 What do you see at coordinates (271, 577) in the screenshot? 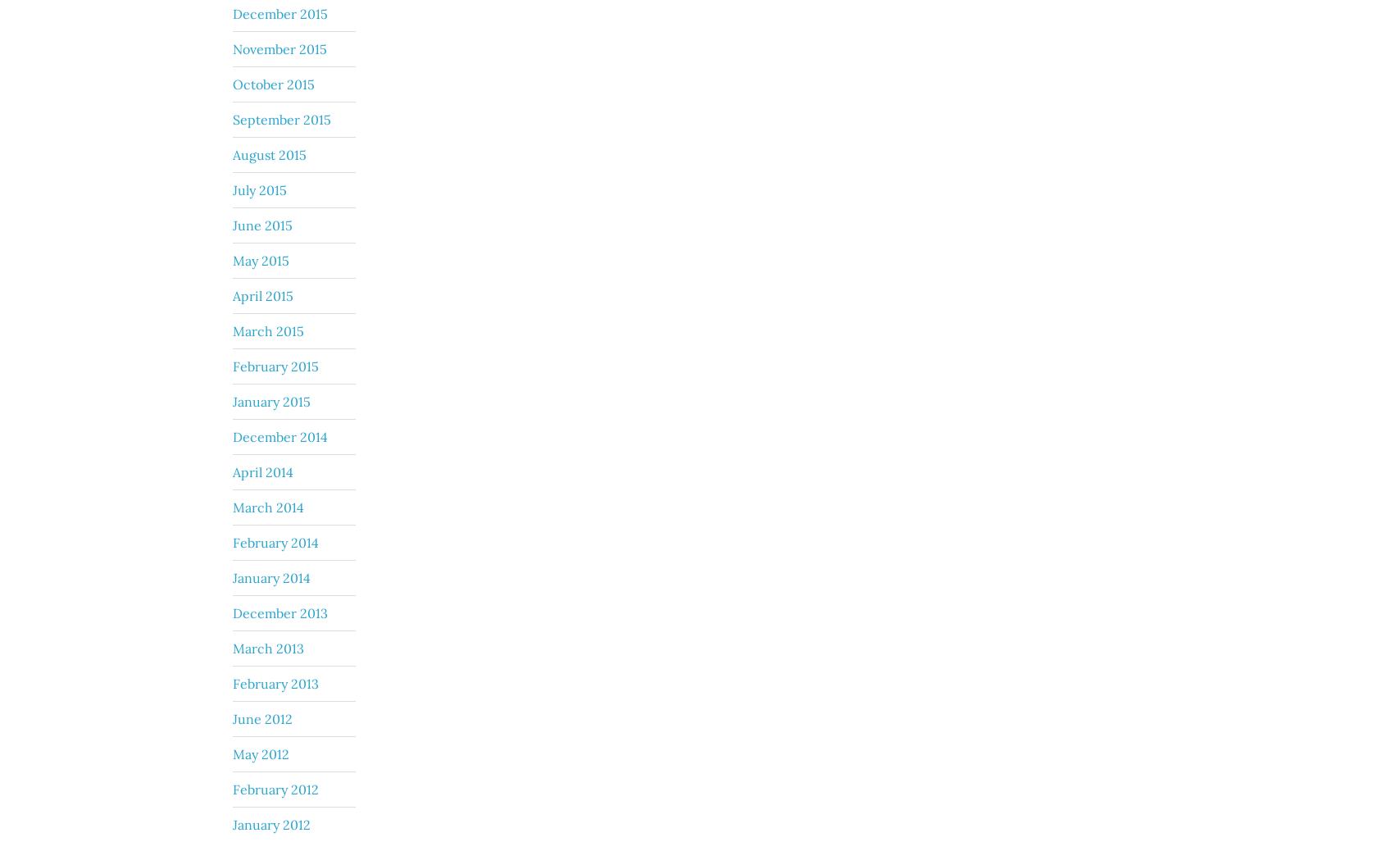
I see `'January 2014'` at bounding box center [271, 577].